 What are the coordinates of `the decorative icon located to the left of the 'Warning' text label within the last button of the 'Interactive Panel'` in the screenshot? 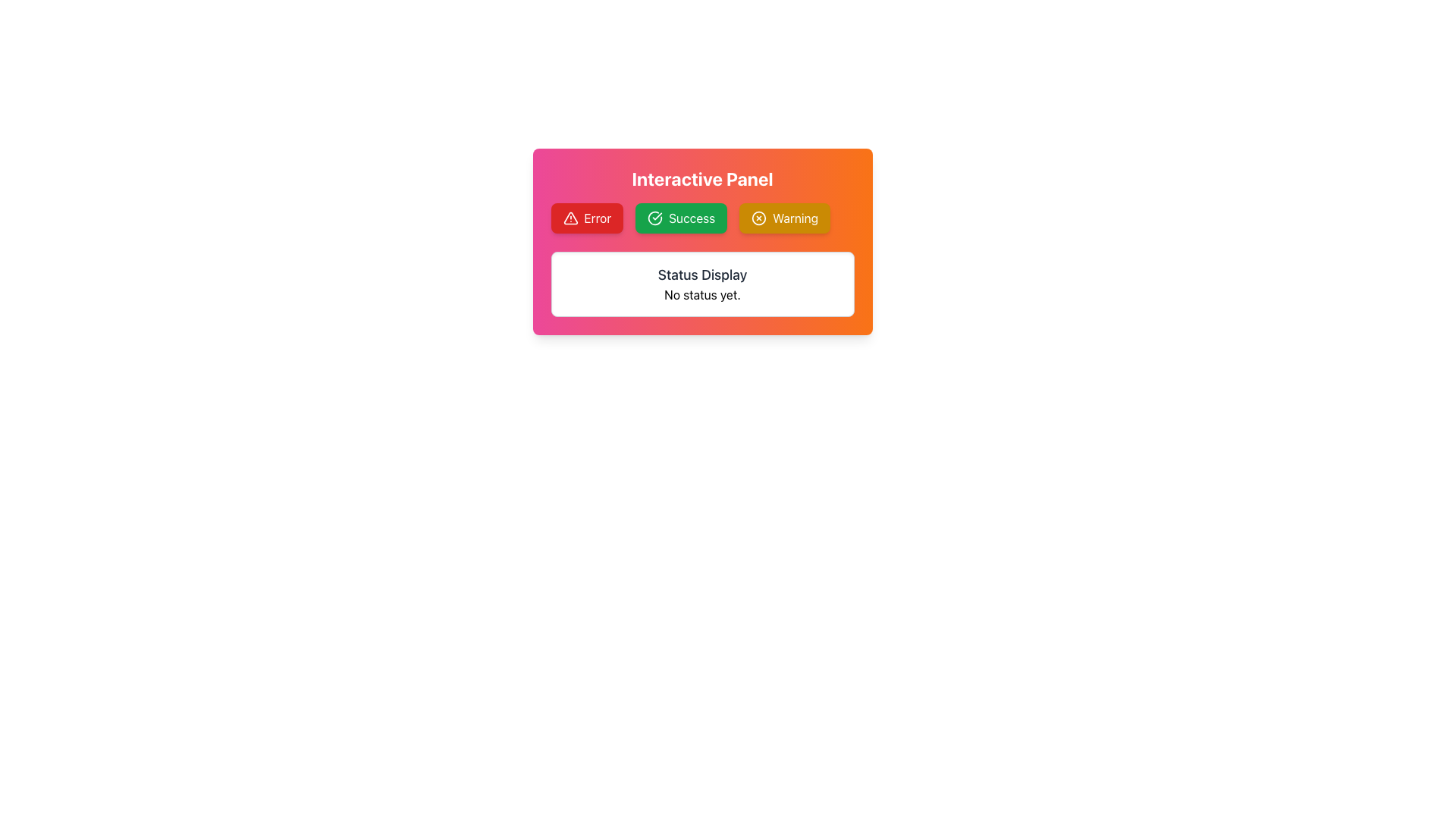 It's located at (759, 218).